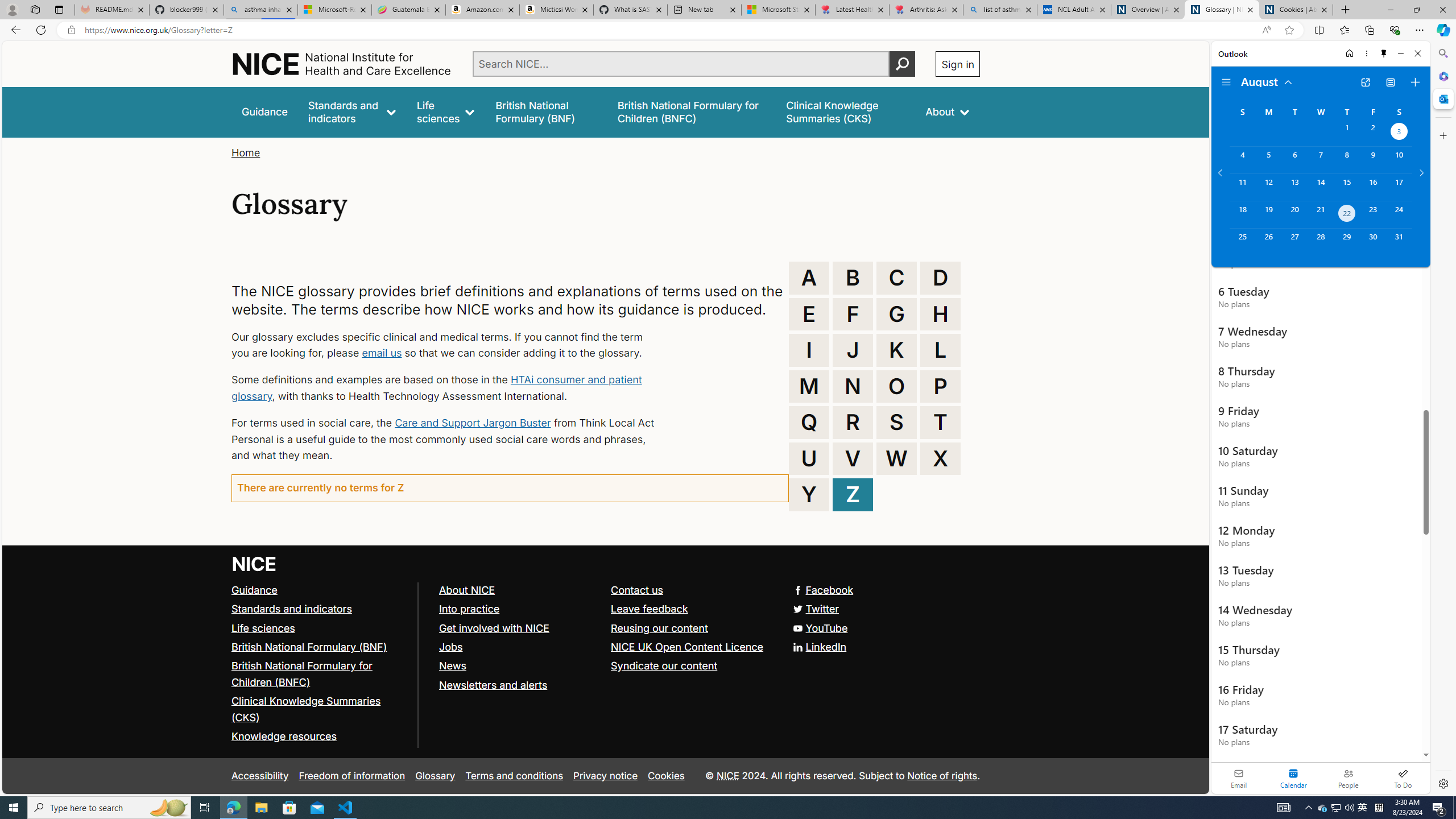 The height and width of the screenshot is (819, 1456). What do you see at coordinates (519, 684) in the screenshot?
I see `'Newsletters and alerts'` at bounding box center [519, 684].